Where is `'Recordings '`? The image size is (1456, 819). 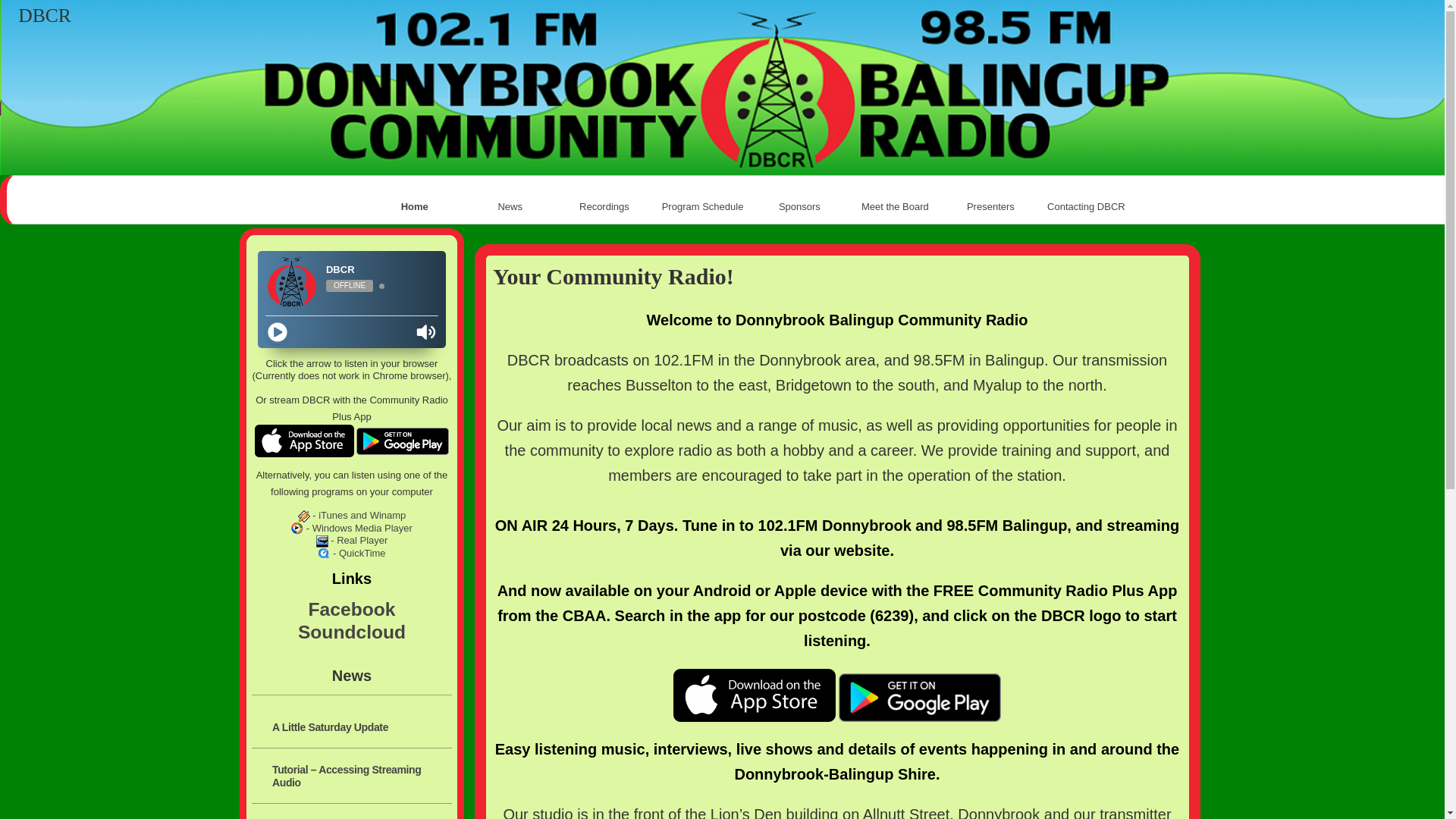 'Recordings ' is located at coordinates (604, 207).